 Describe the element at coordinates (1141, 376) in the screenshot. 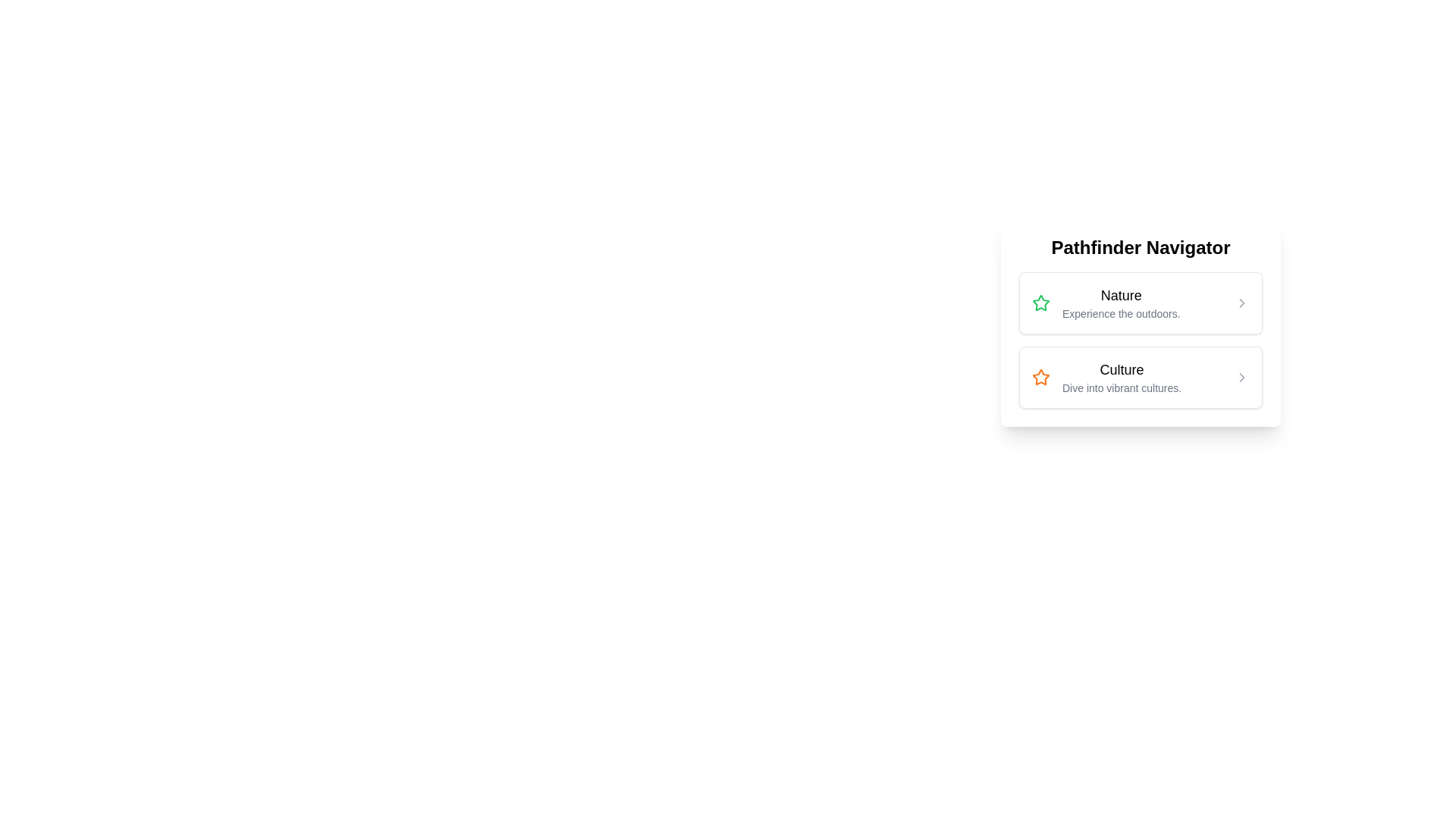

I see `the second card item in the list, which features a star icon, an orange highlight, the title 'Culture', and a right arrow icon` at that location.